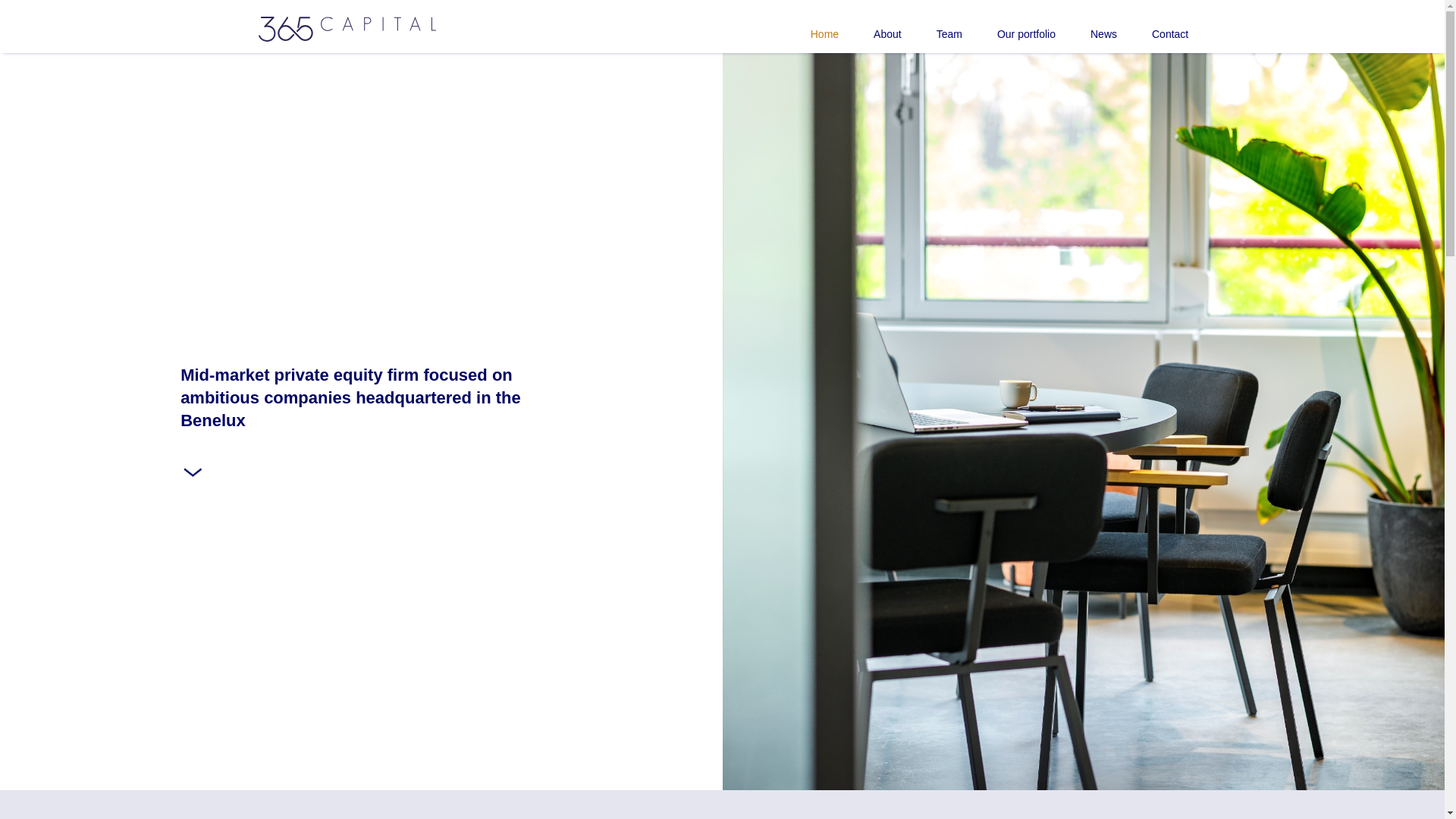 This screenshot has height=819, width=1456. What do you see at coordinates (1009, 26) in the screenshot?
I see `'Our portfolio'` at bounding box center [1009, 26].